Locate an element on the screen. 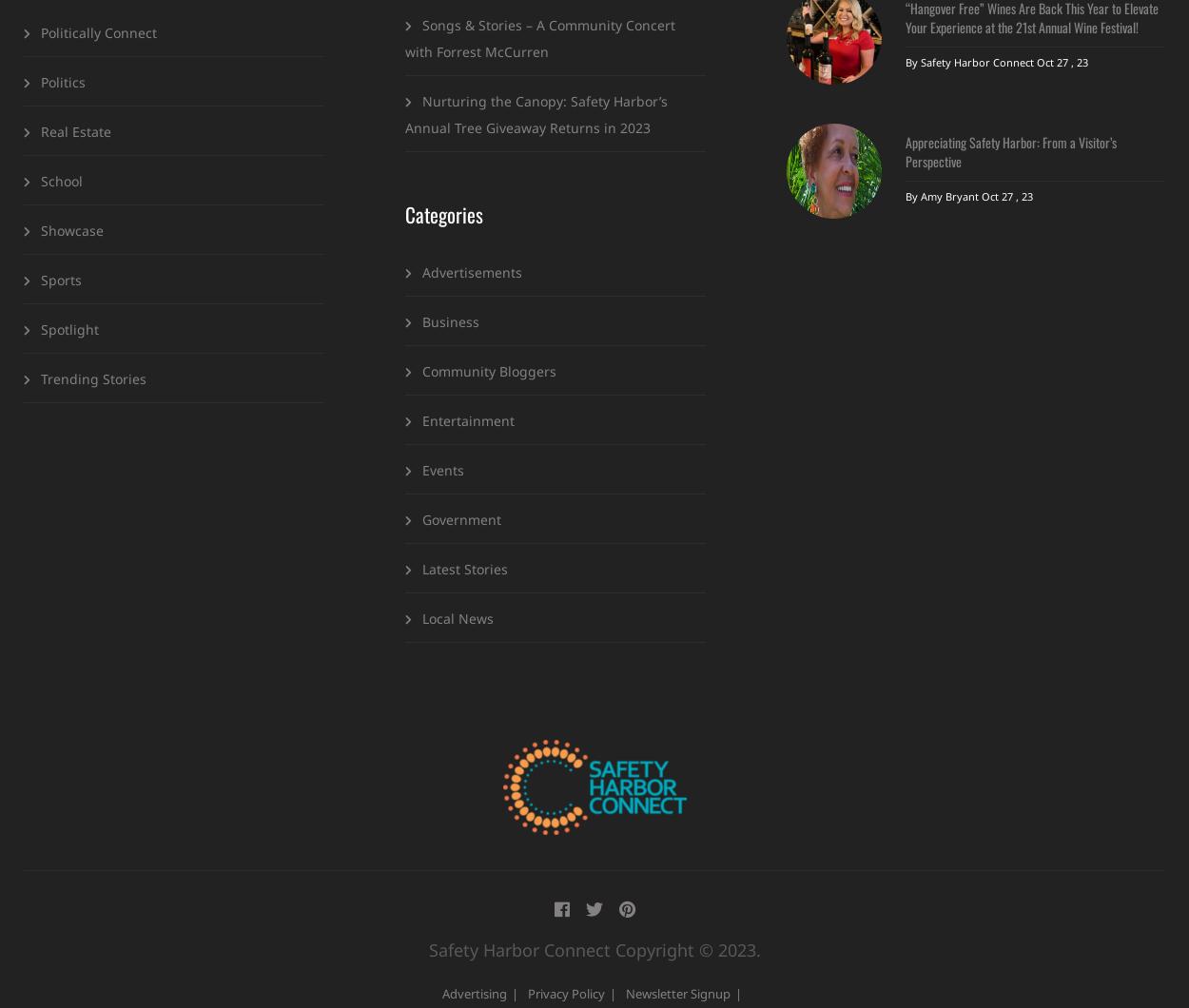  'Advertising' is located at coordinates (441, 991).